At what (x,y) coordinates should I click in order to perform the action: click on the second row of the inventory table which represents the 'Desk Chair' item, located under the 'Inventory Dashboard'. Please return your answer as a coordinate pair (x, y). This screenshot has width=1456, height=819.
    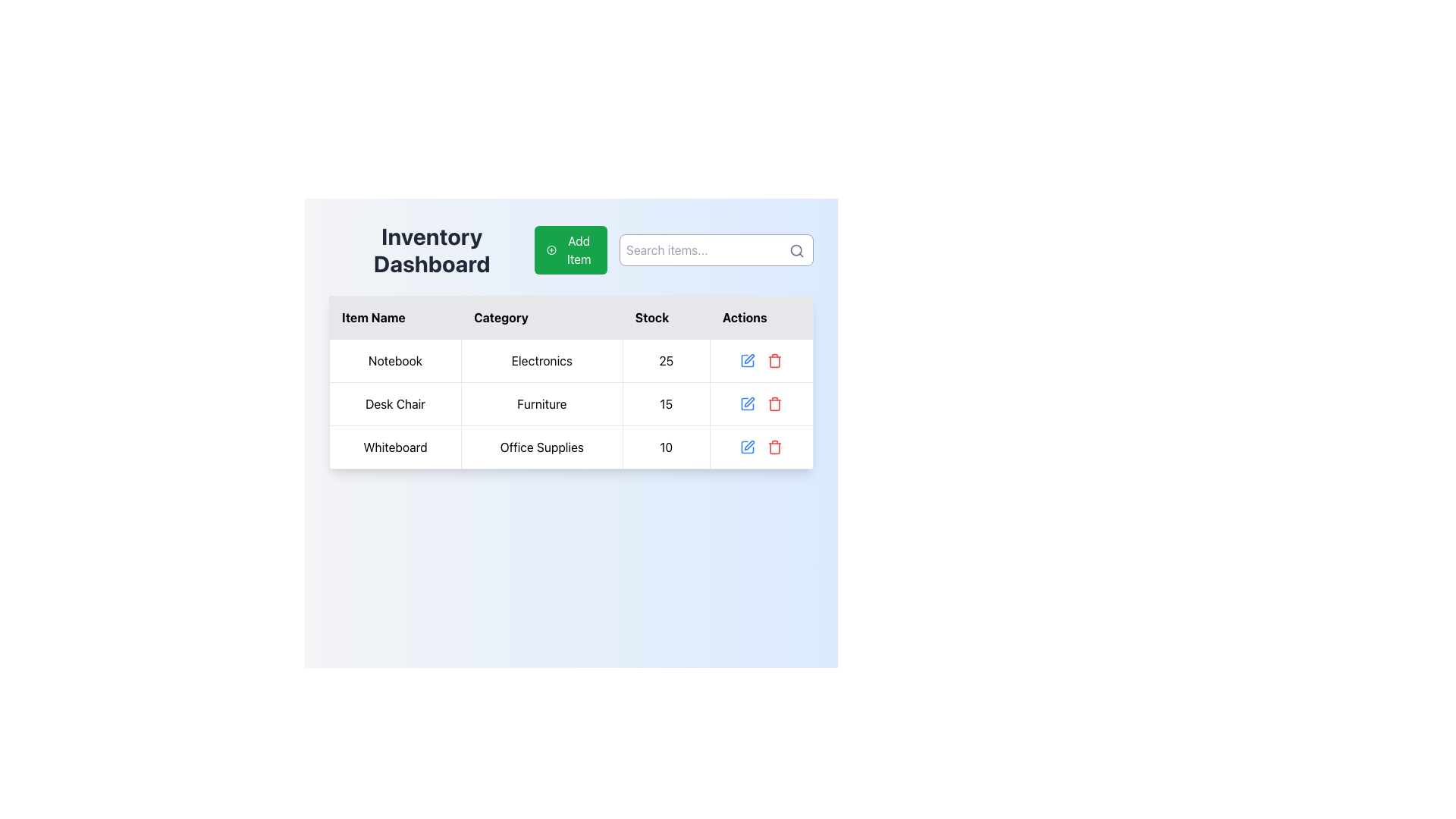
    Looking at the image, I should click on (570, 403).